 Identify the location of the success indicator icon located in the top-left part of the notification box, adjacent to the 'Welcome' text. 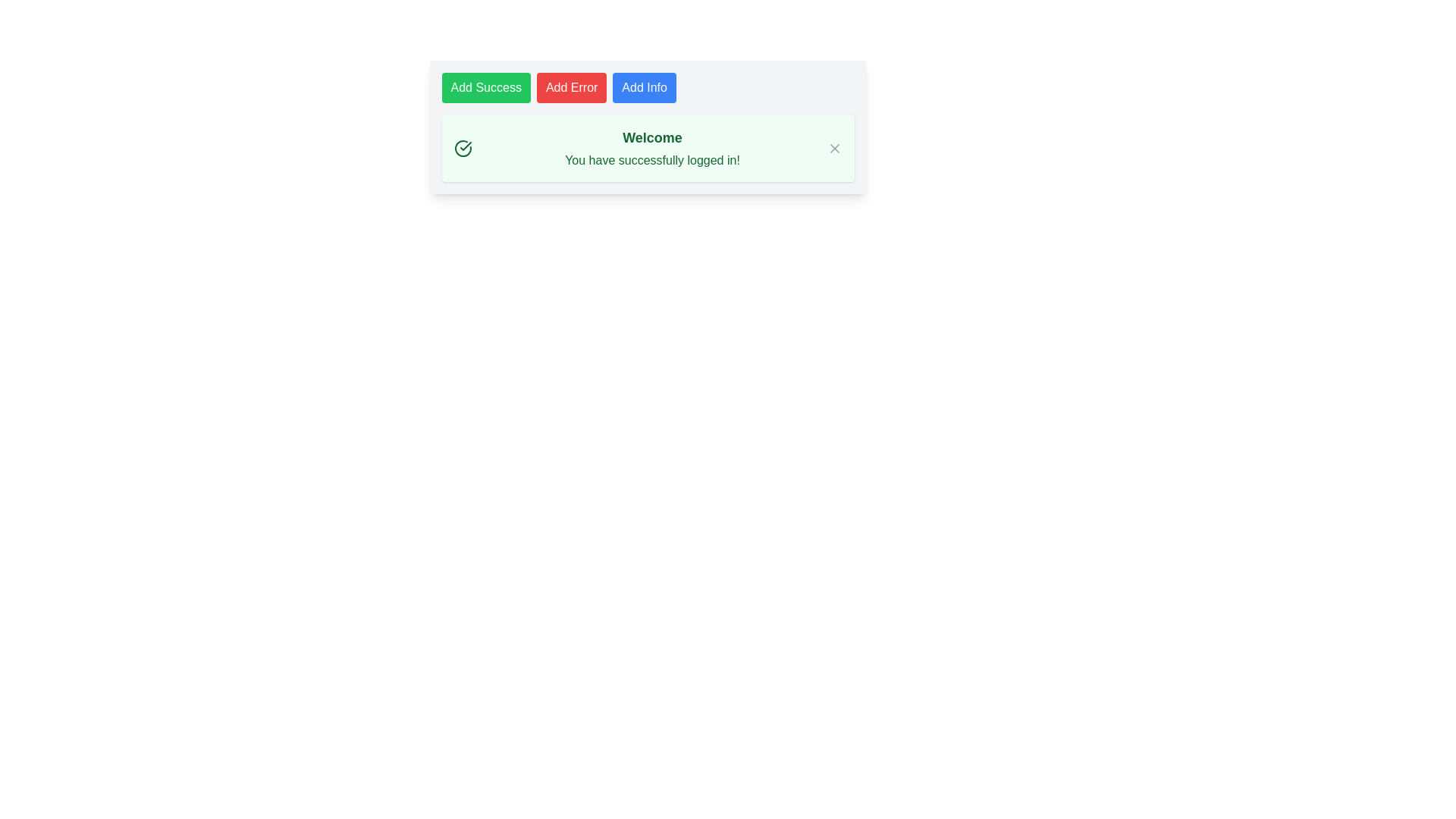
(465, 149).